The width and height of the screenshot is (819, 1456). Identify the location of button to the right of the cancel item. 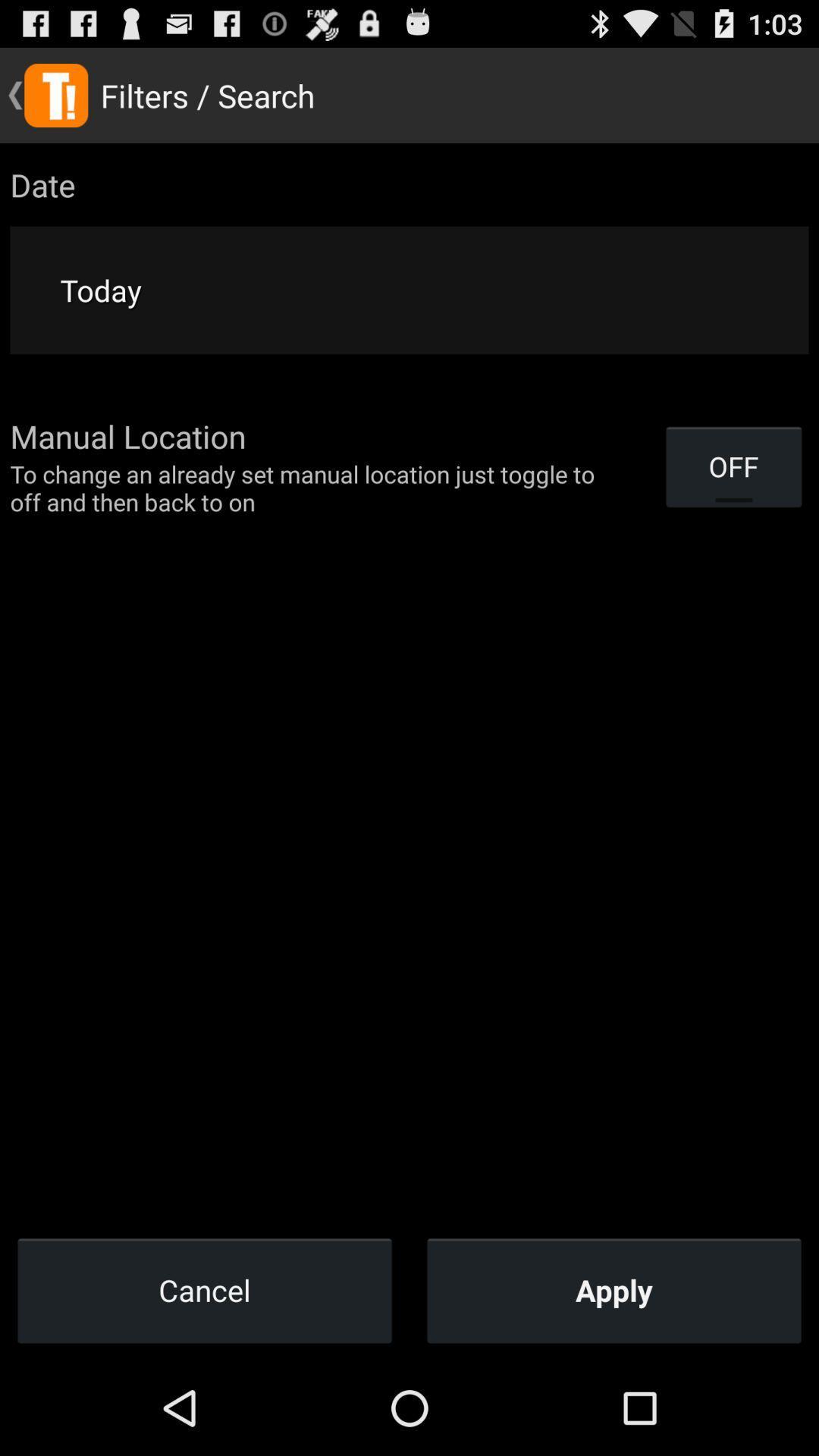
(614, 1289).